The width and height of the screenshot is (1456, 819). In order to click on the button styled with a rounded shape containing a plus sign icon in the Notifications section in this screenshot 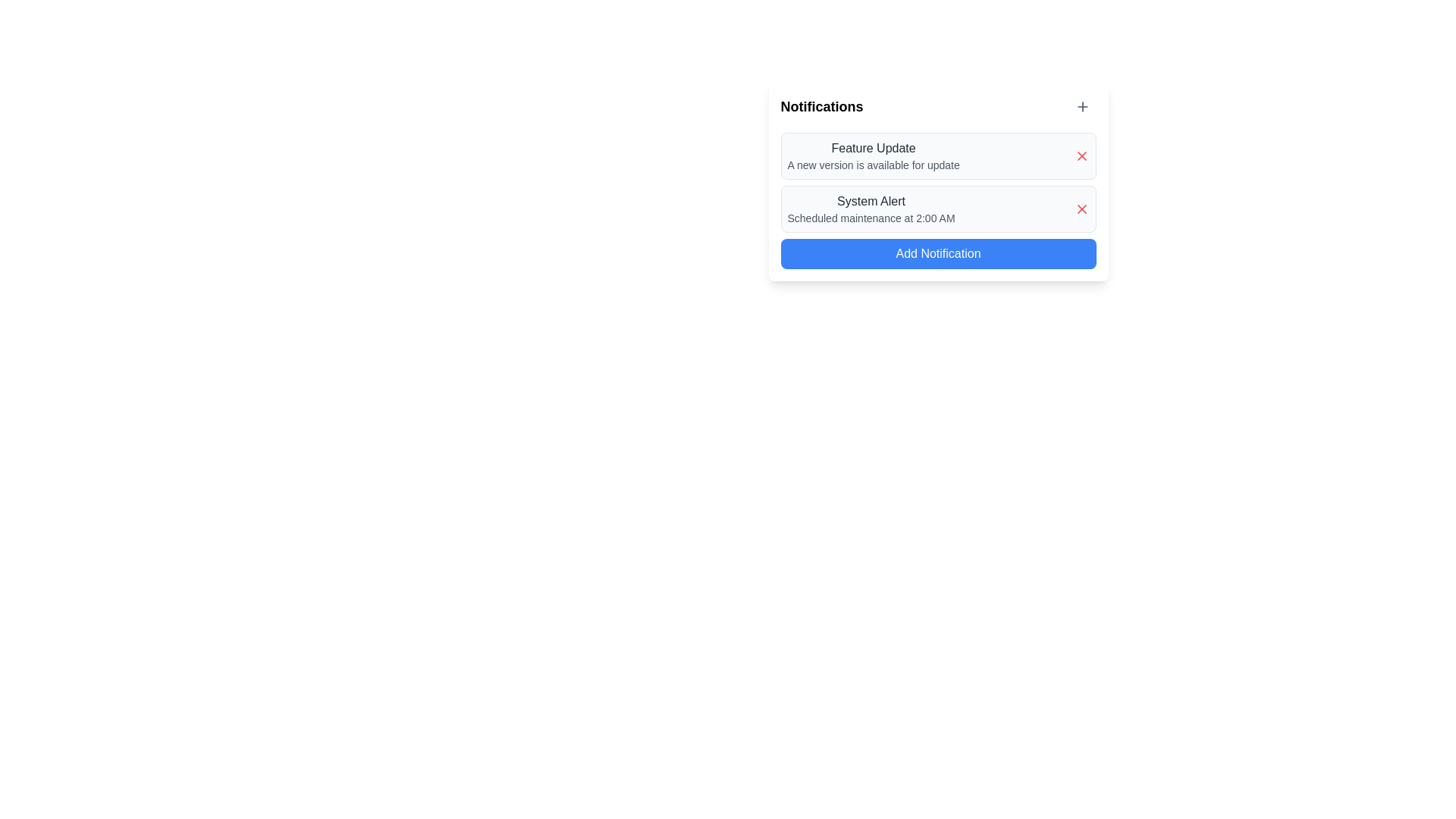, I will do `click(1081, 106)`.